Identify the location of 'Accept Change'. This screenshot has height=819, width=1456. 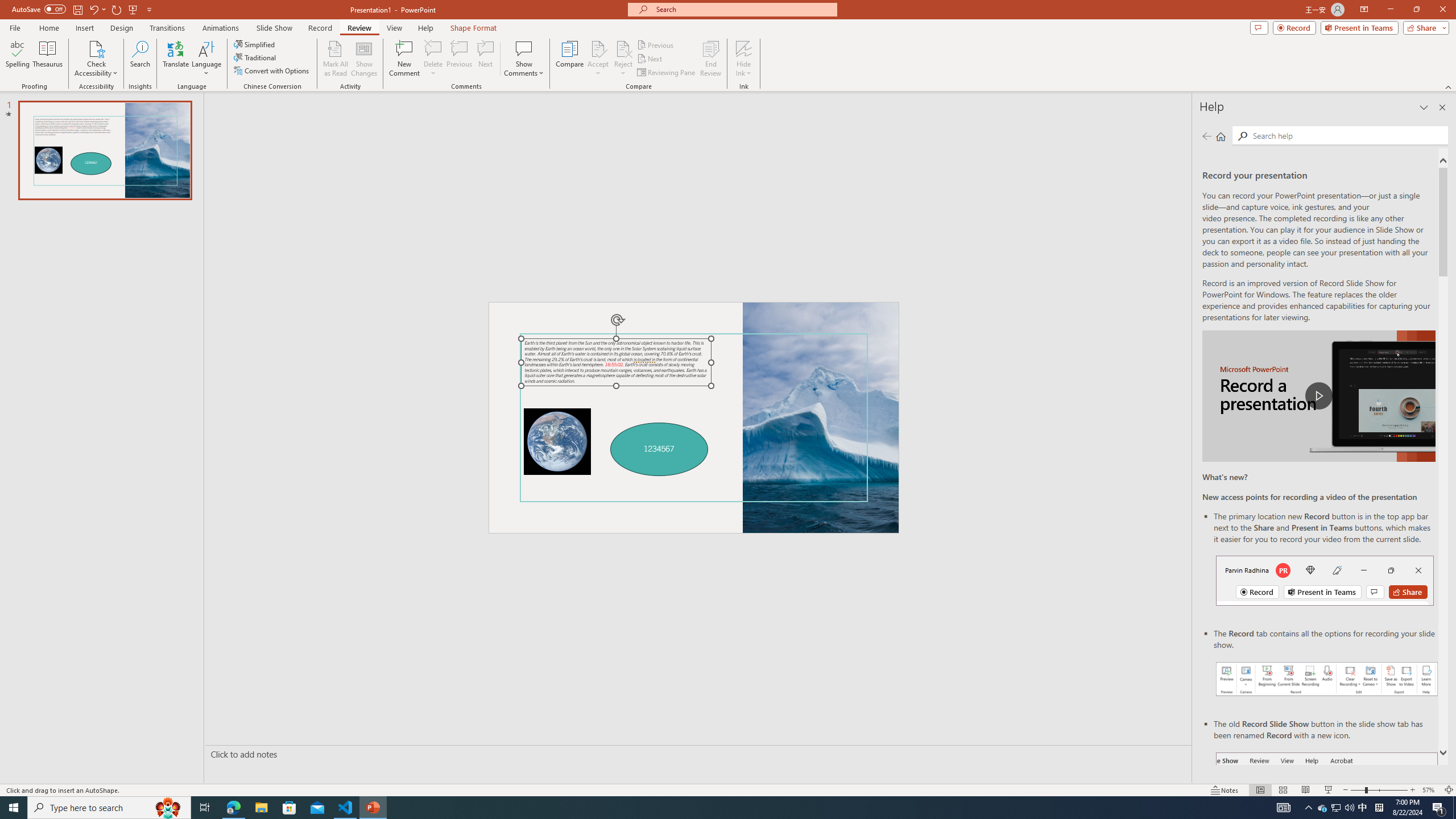
(598, 48).